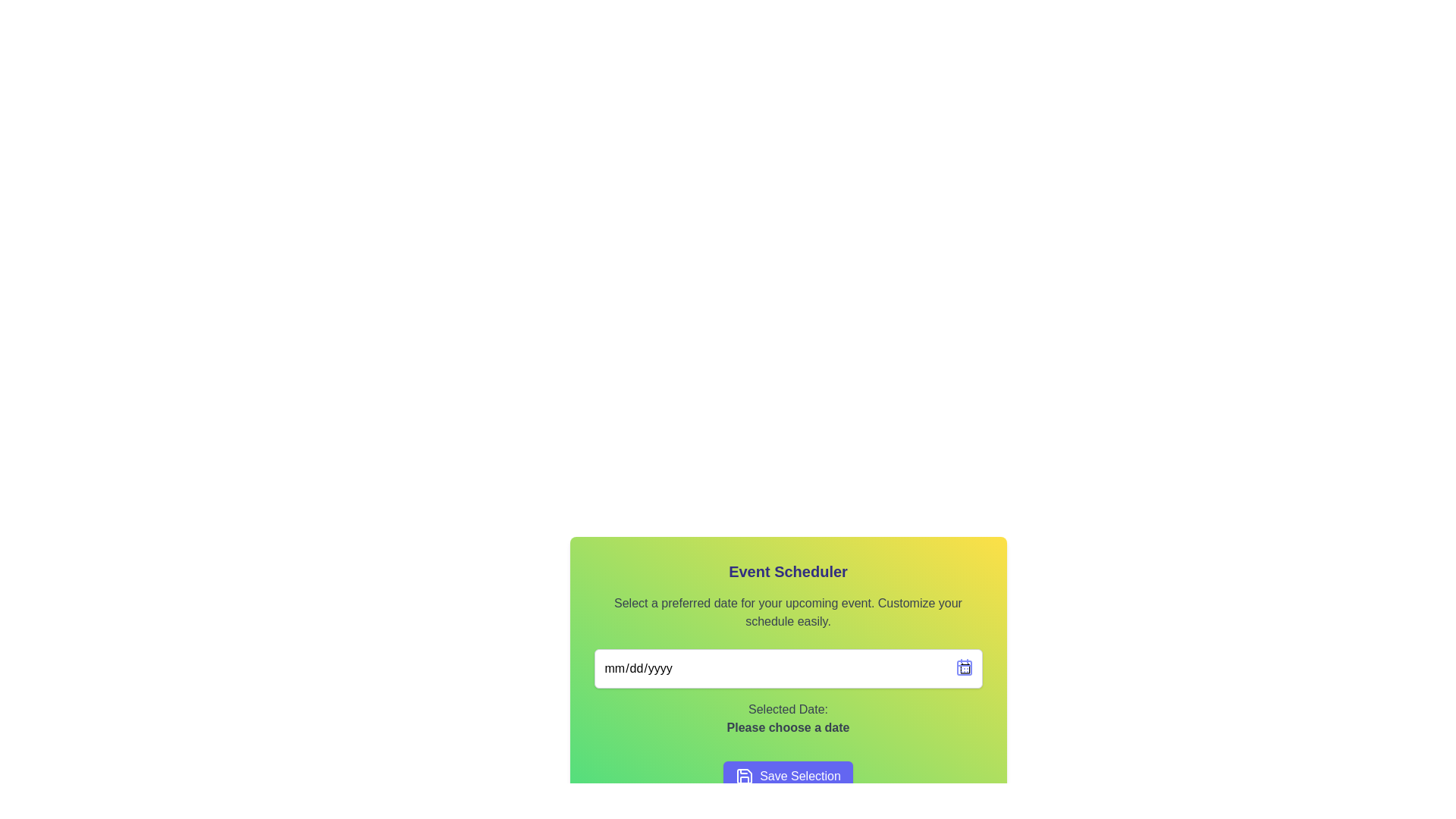 The image size is (1456, 819). I want to click on the disk or save icon located at the bottom center of the interface, above the 'Save Selection' text, so click(745, 776).